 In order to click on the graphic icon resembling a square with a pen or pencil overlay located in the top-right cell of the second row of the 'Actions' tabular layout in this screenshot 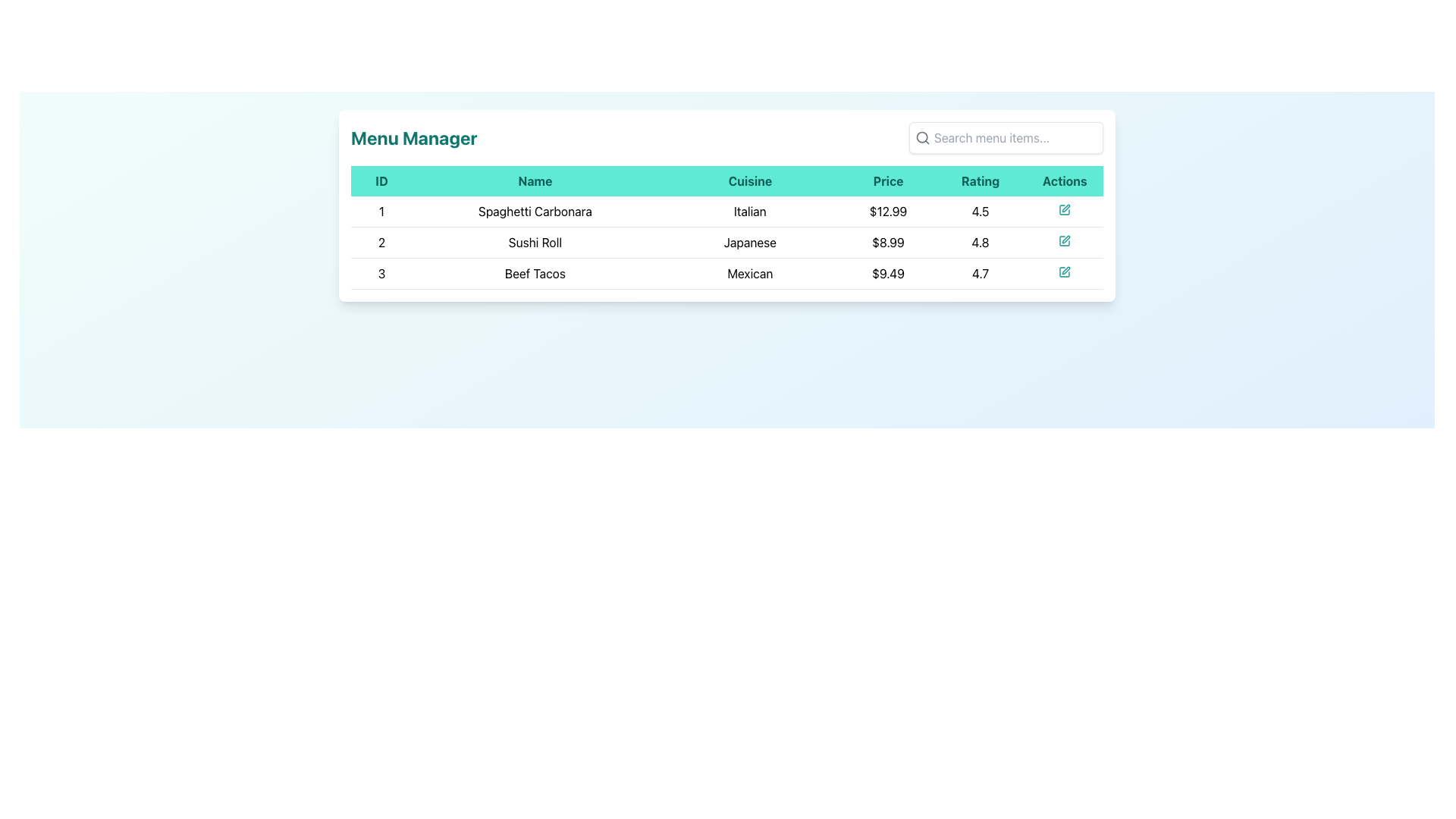, I will do `click(1064, 240)`.